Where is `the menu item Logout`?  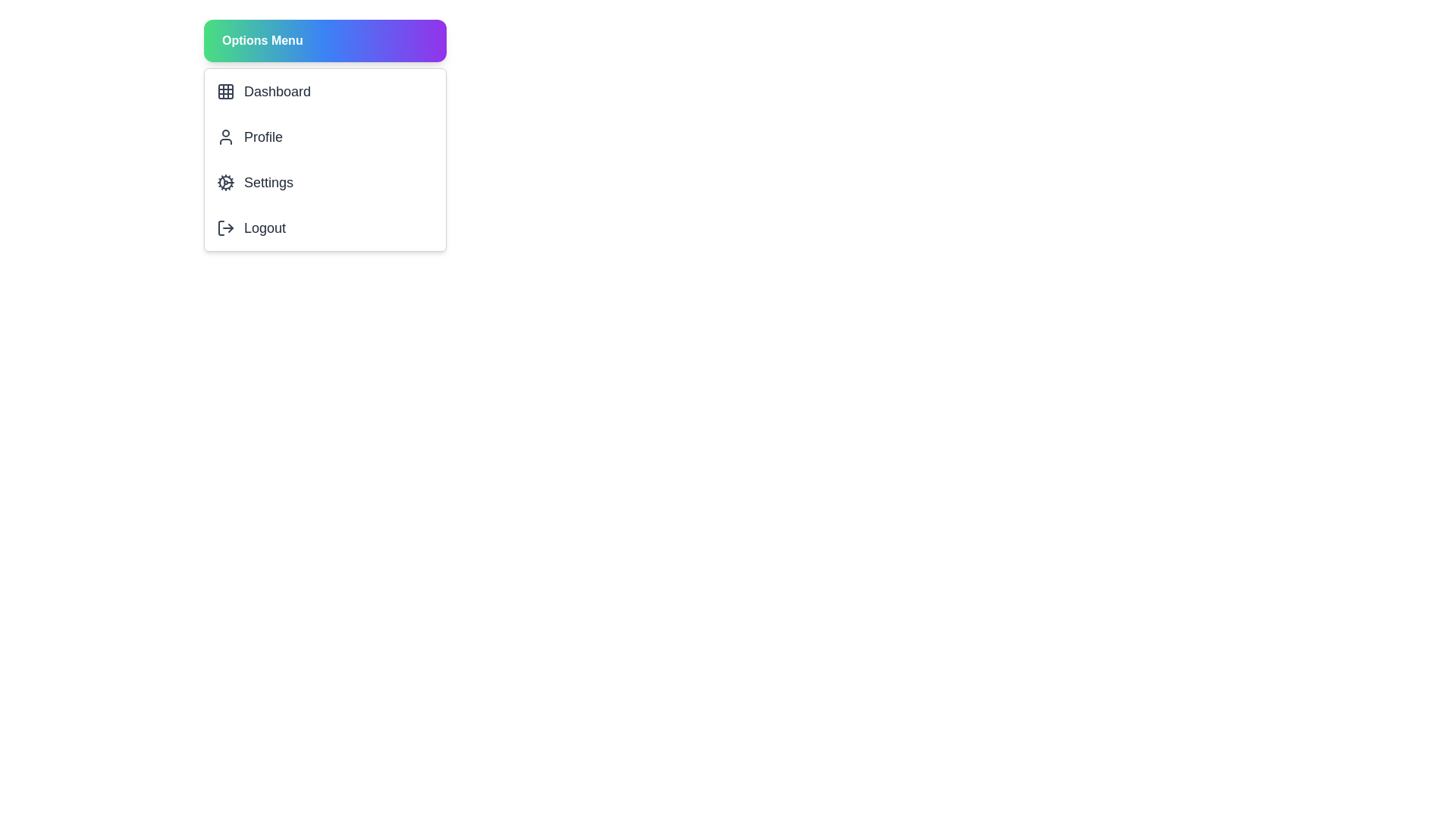 the menu item Logout is located at coordinates (324, 227).